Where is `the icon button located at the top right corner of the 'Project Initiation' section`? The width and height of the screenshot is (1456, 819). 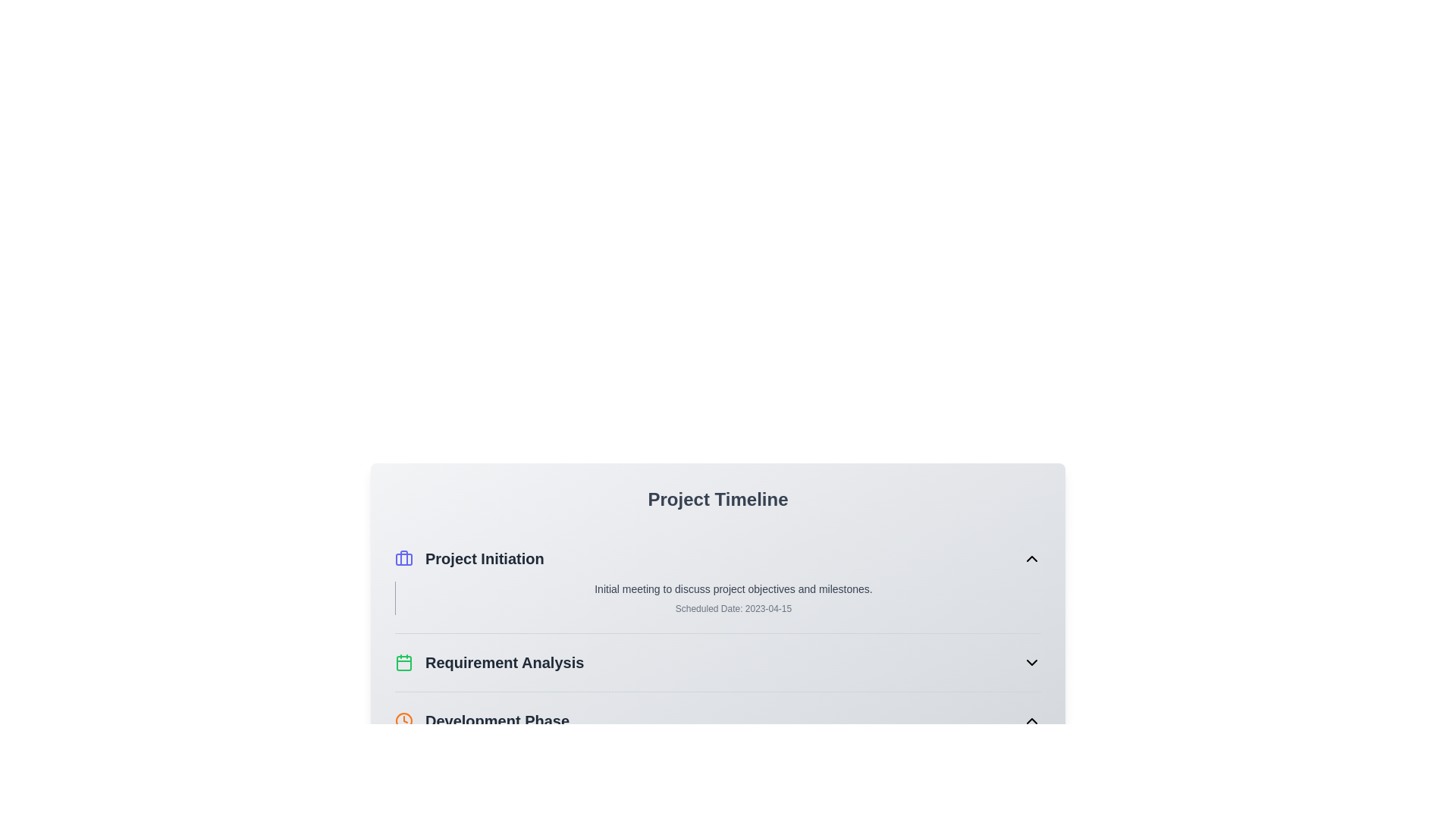
the icon button located at the top right corner of the 'Project Initiation' section is located at coordinates (1031, 558).